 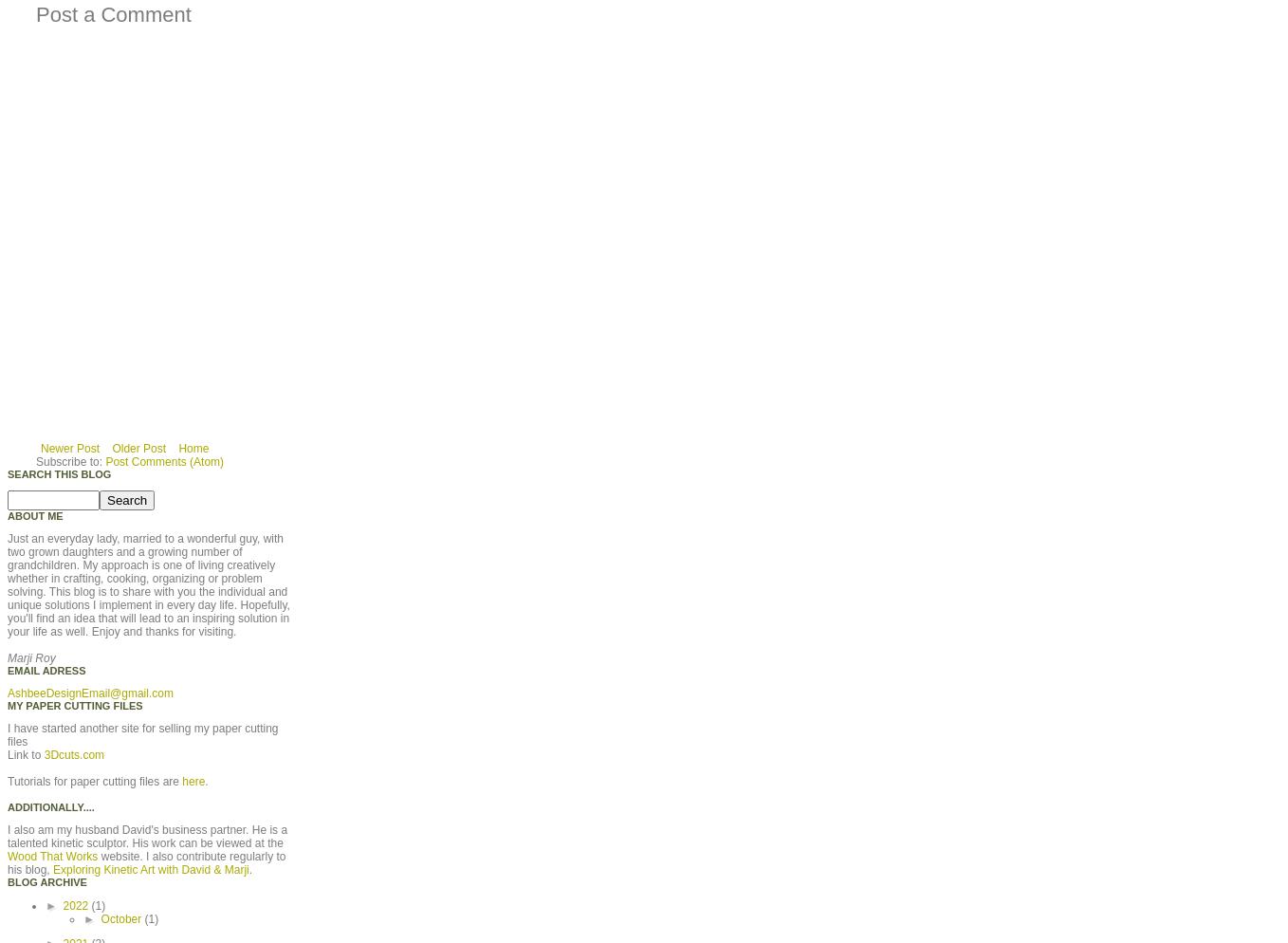 What do you see at coordinates (7, 692) in the screenshot?
I see `'AshbeeDesignEmail'` at bounding box center [7, 692].